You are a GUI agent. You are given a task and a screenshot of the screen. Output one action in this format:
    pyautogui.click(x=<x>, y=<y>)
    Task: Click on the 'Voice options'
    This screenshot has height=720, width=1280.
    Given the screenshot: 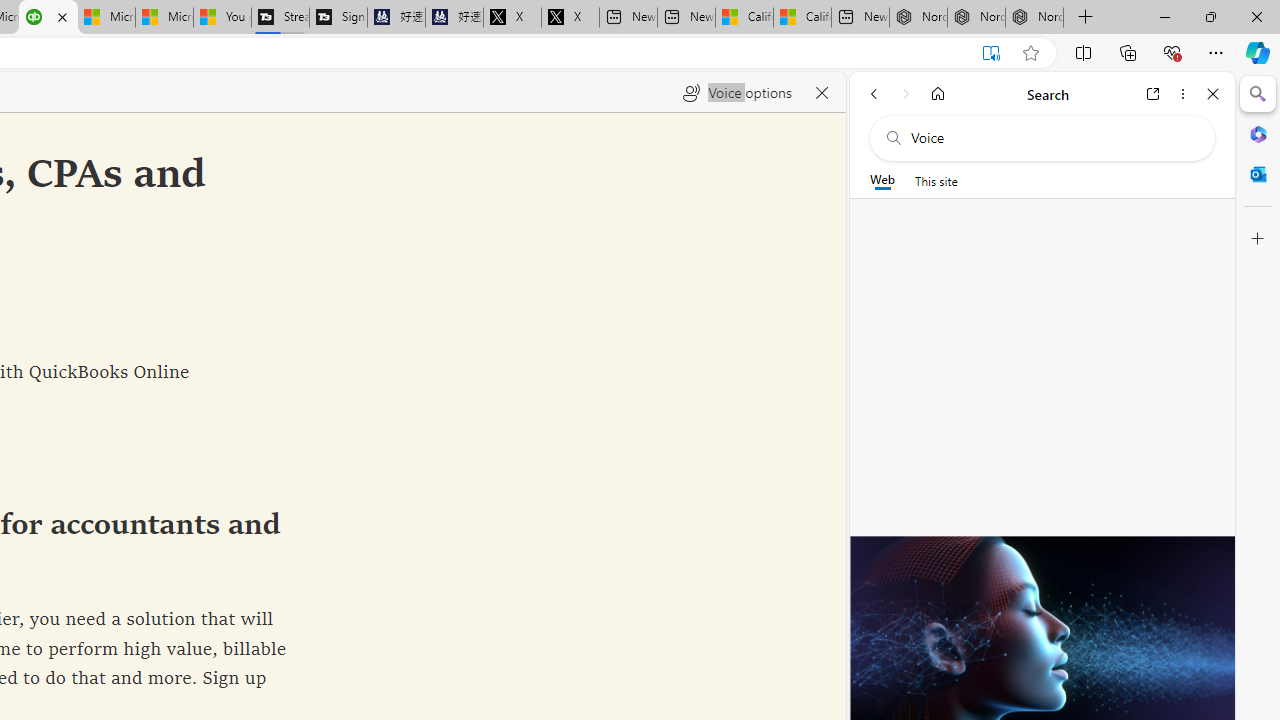 What is the action you would take?
    pyautogui.click(x=736, y=92)
    